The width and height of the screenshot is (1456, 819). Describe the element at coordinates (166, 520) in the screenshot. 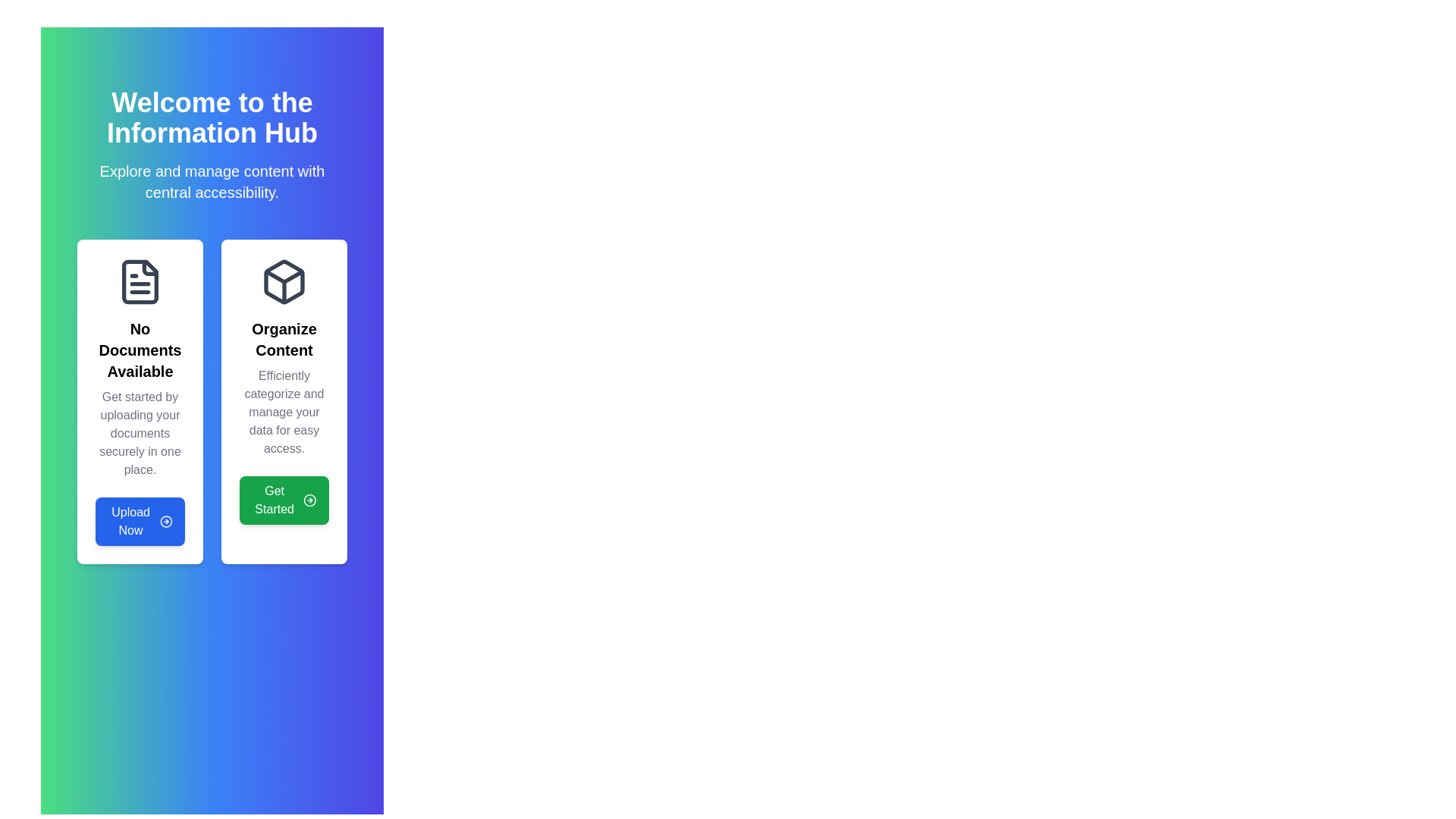

I see `the Circular arrow icon located to the right of the 'Upload Now' button to initiate an uploading action` at that location.